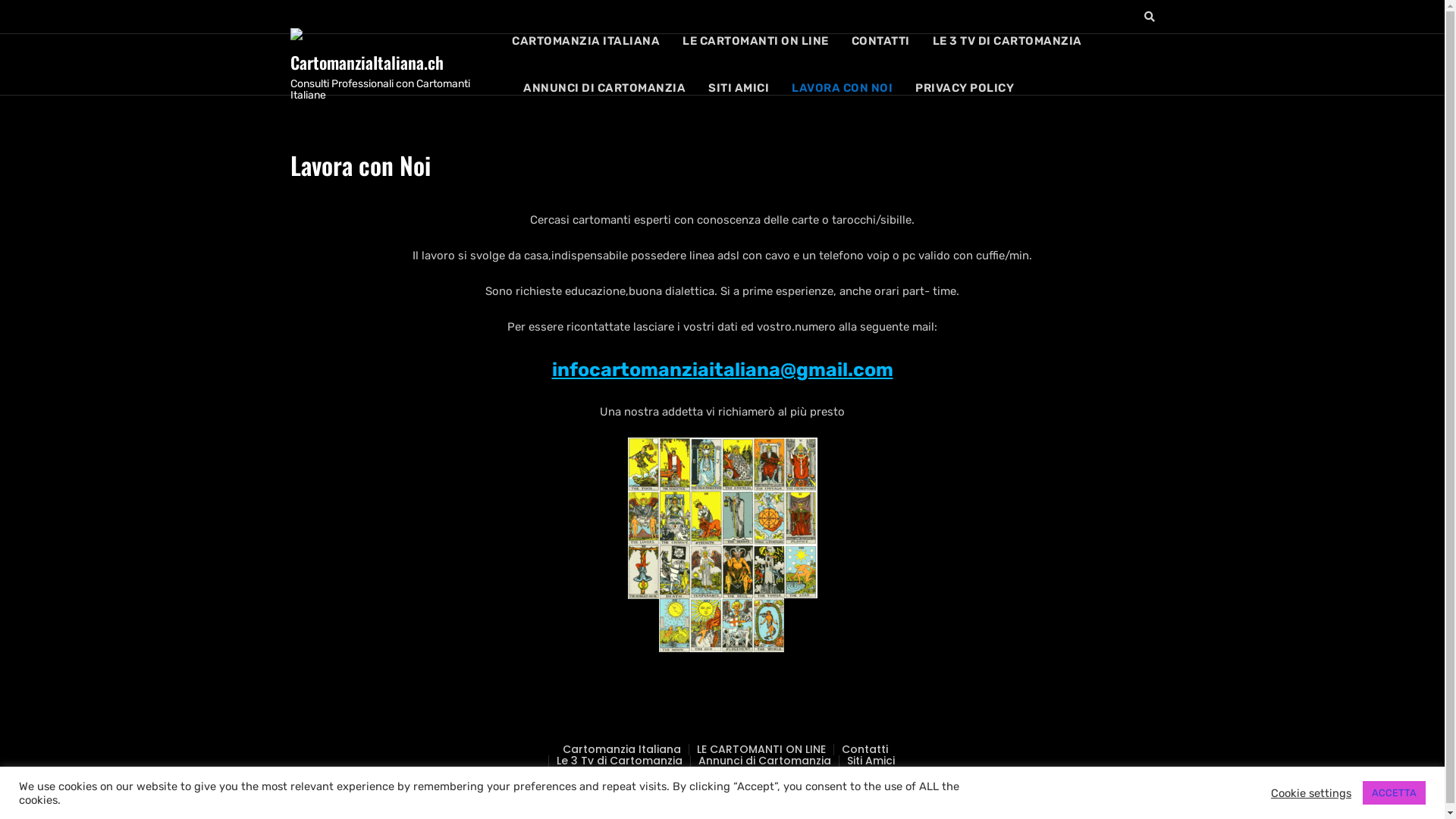 The image size is (1456, 819). What do you see at coordinates (764, 760) in the screenshot?
I see `'Annunci di Cartomanzia'` at bounding box center [764, 760].